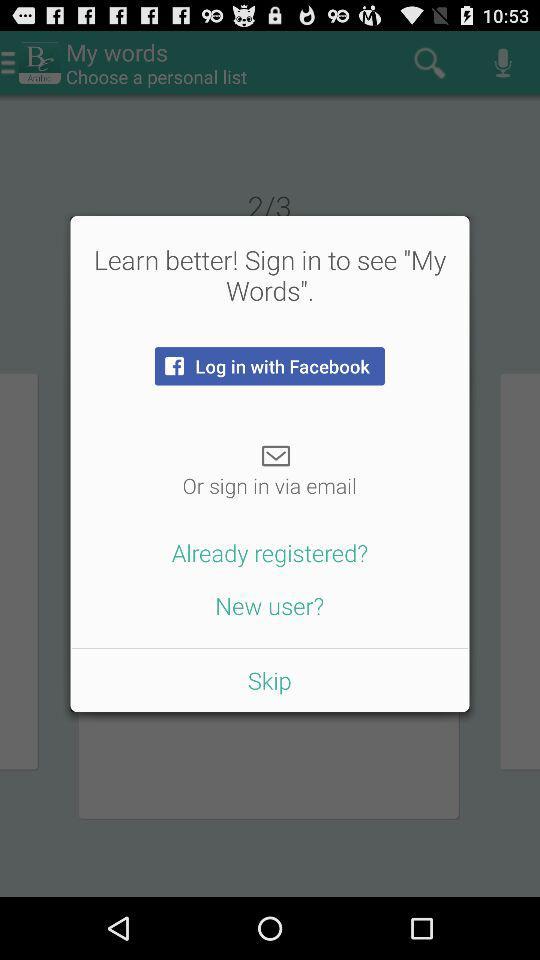 This screenshot has width=540, height=960. I want to click on the log in with, so click(269, 365).